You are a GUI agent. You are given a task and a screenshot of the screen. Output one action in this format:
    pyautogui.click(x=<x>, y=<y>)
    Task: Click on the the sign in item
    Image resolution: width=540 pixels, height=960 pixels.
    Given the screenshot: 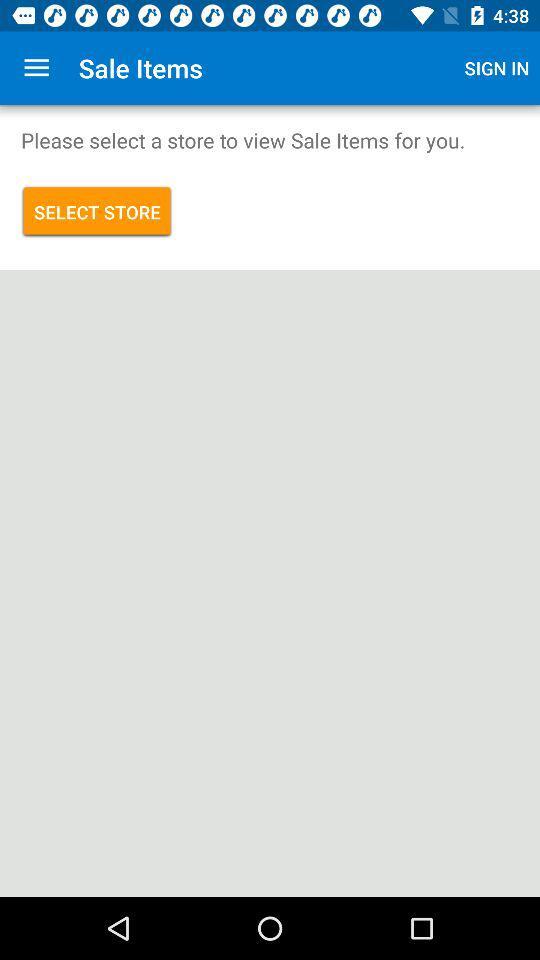 What is the action you would take?
    pyautogui.click(x=496, y=68)
    